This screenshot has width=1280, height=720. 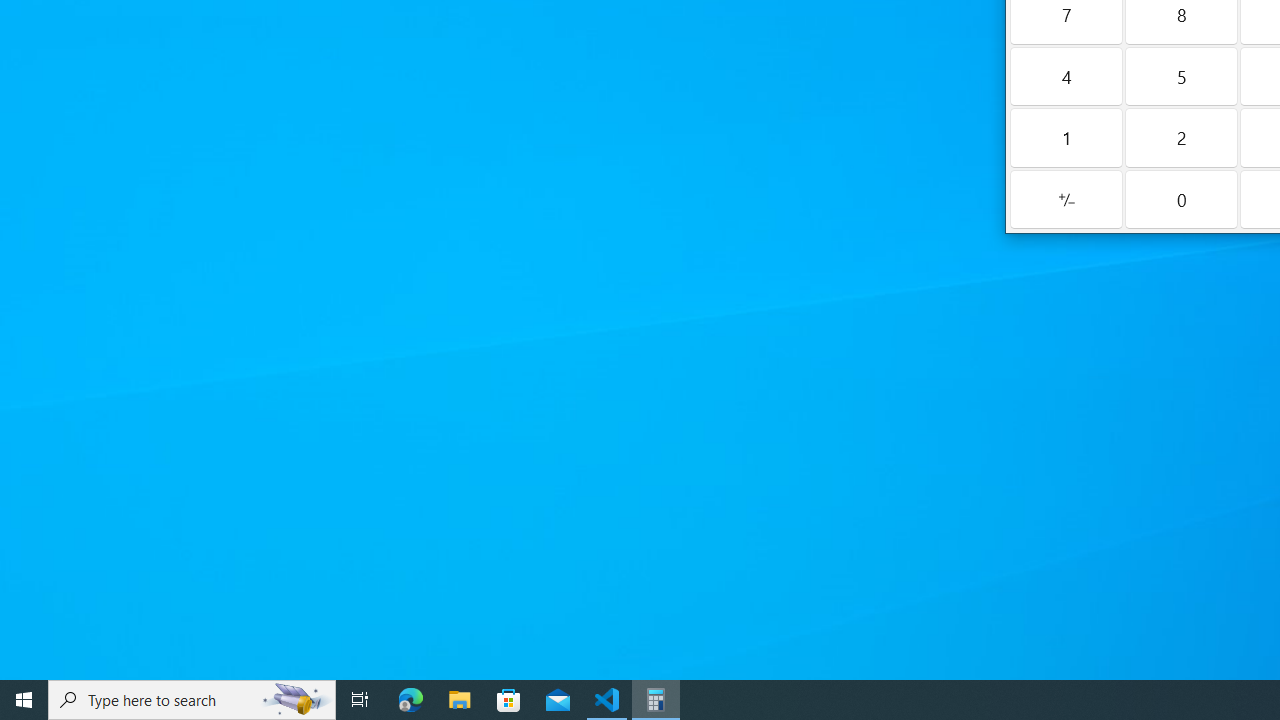 I want to click on 'Type here to search', so click(x=192, y=698).